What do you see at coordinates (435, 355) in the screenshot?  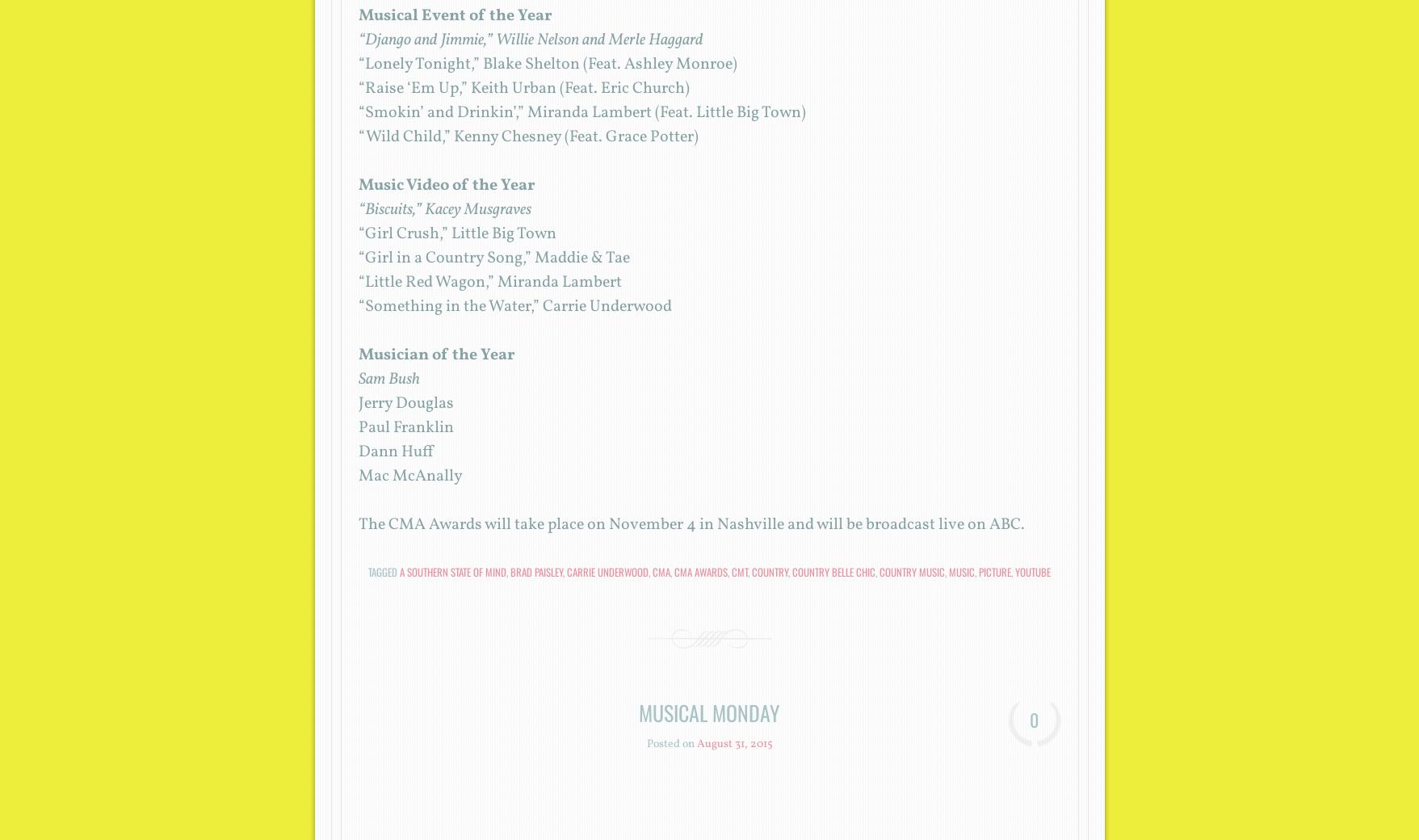 I see `'Musician of the Year'` at bounding box center [435, 355].